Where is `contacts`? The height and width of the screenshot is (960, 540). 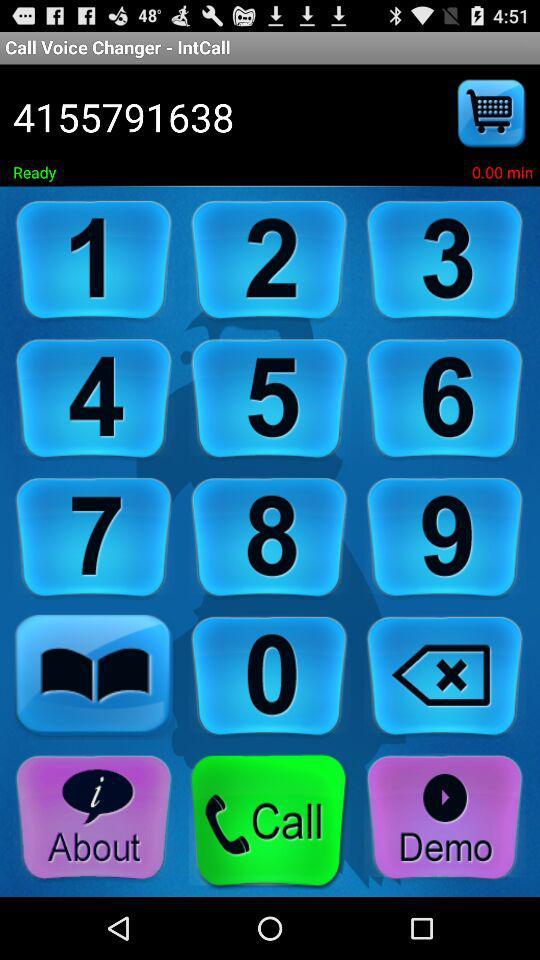 contacts is located at coordinates (93, 677).